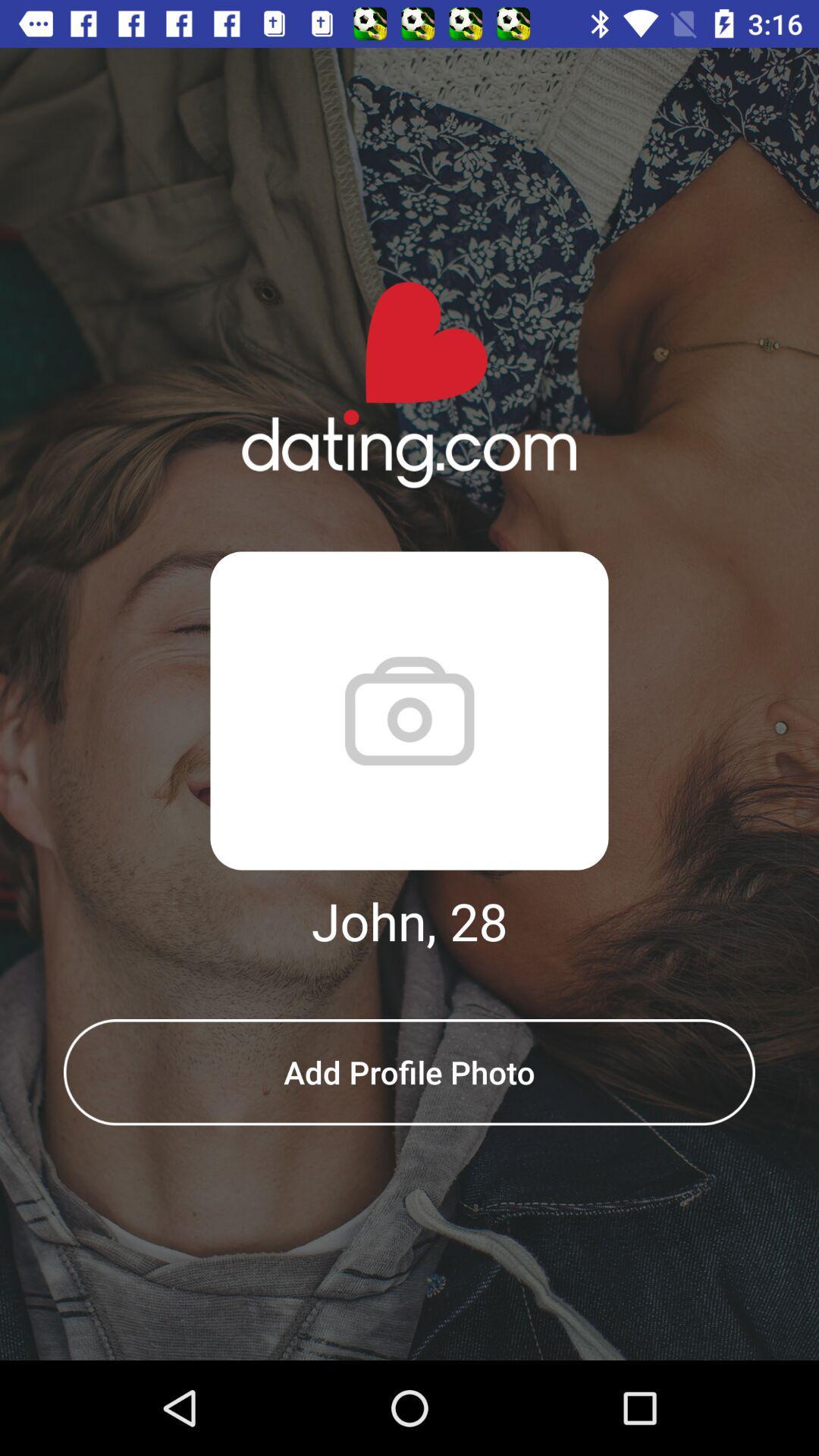 This screenshot has width=819, height=1456. Describe the element at coordinates (409, 710) in the screenshot. I see `take photo` at that location.